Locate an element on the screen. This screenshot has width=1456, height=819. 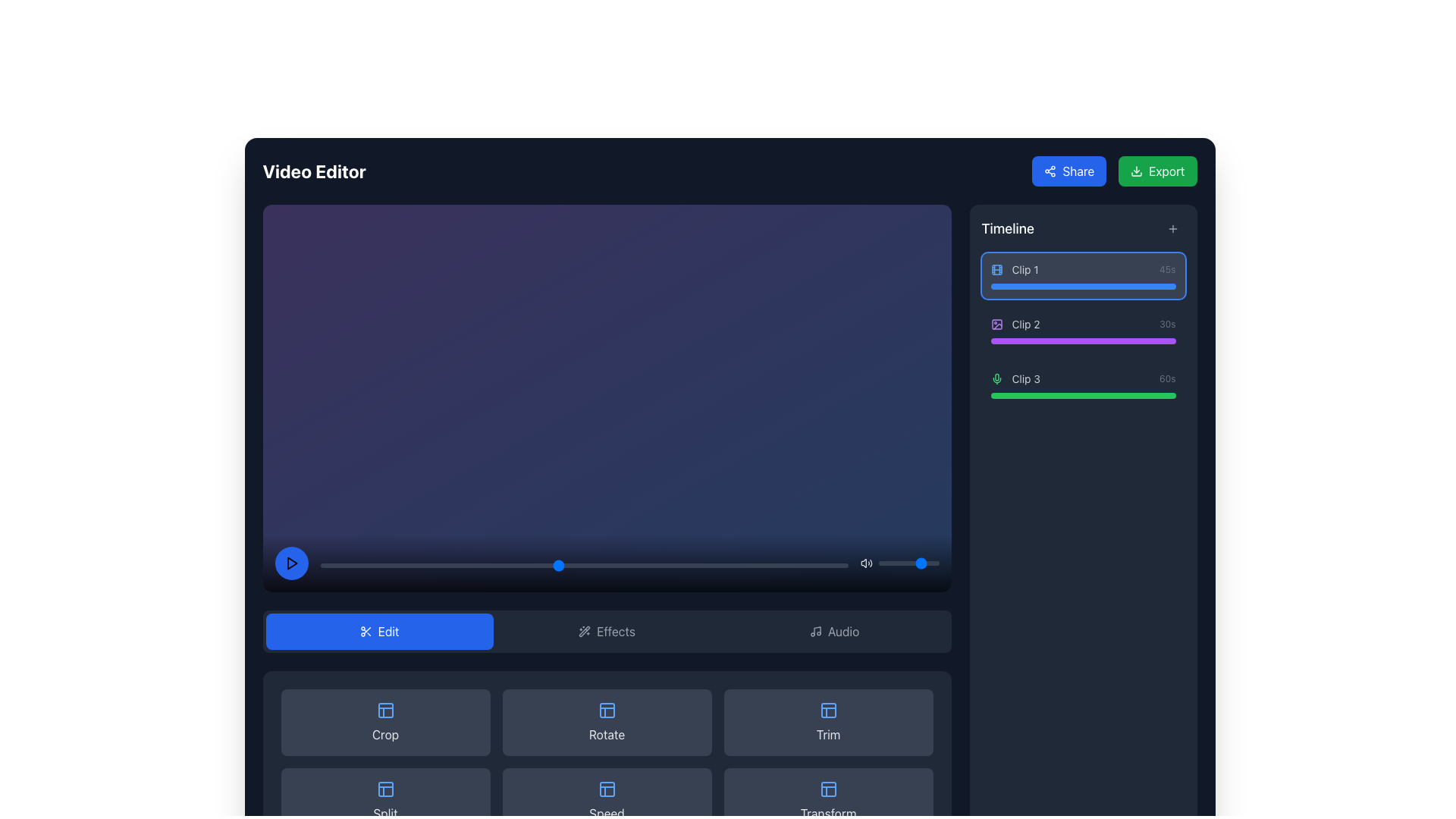
the slider is located at coordinates (880, 563).